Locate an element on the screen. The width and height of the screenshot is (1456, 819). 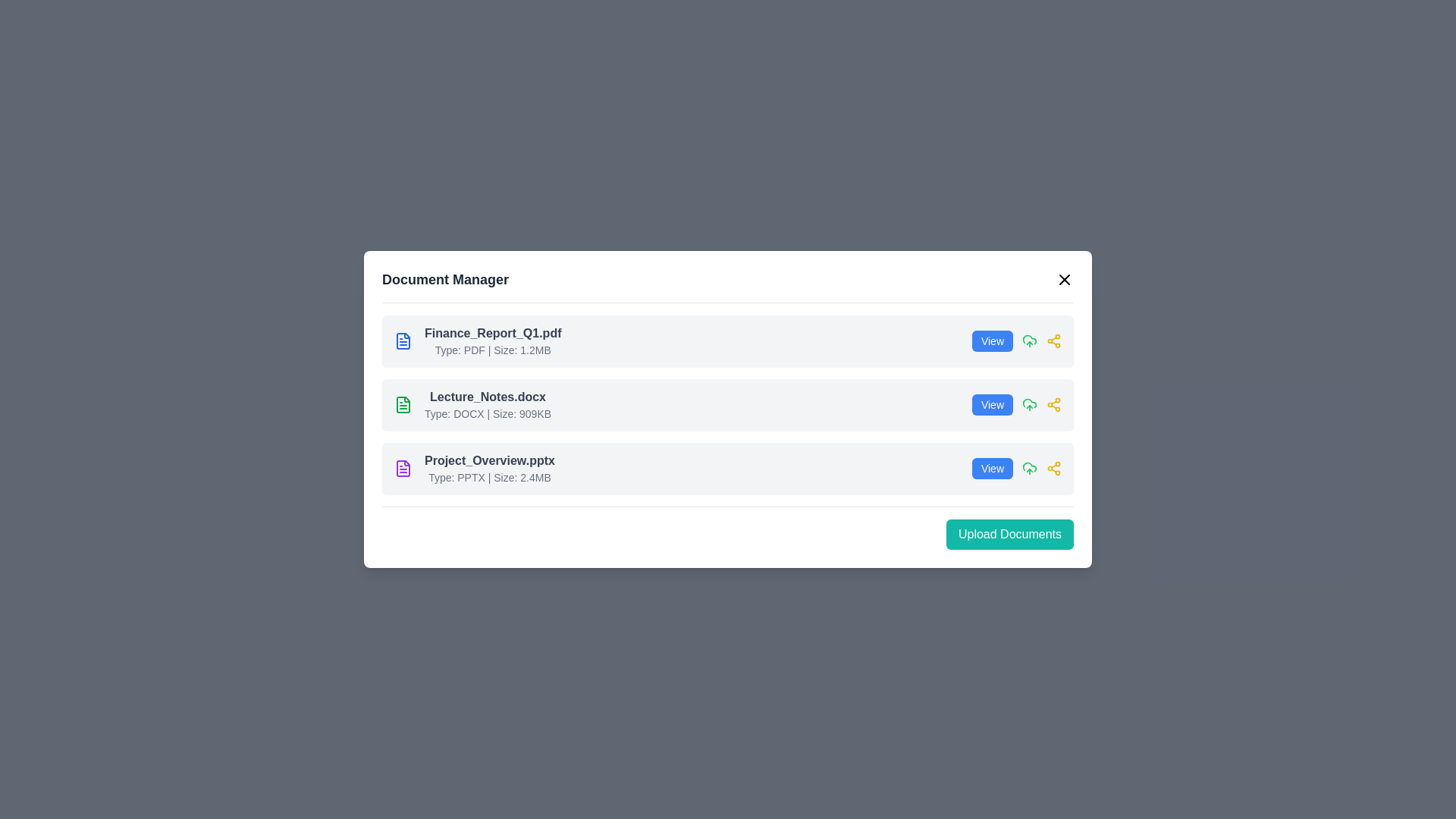
the upload icon located to the right of the list item, between the blue 'View' button and the yellow sharing icon is located at coordinates (1030, 341).